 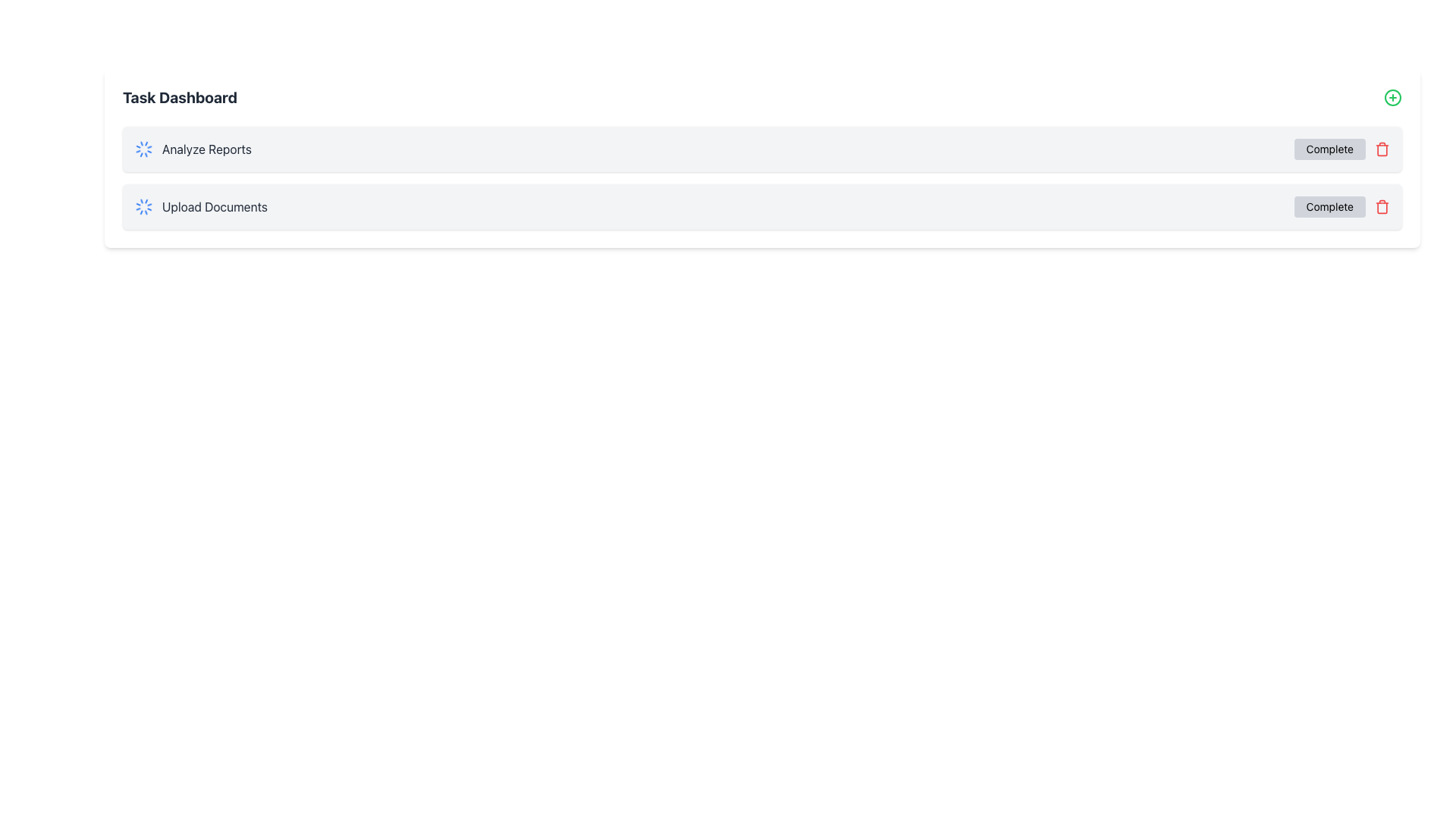 I want to click on the 'Mark as Complete' button located in the 'Upload Documents' row of the 'Task Dashboard', so click(x=1329, y=207).